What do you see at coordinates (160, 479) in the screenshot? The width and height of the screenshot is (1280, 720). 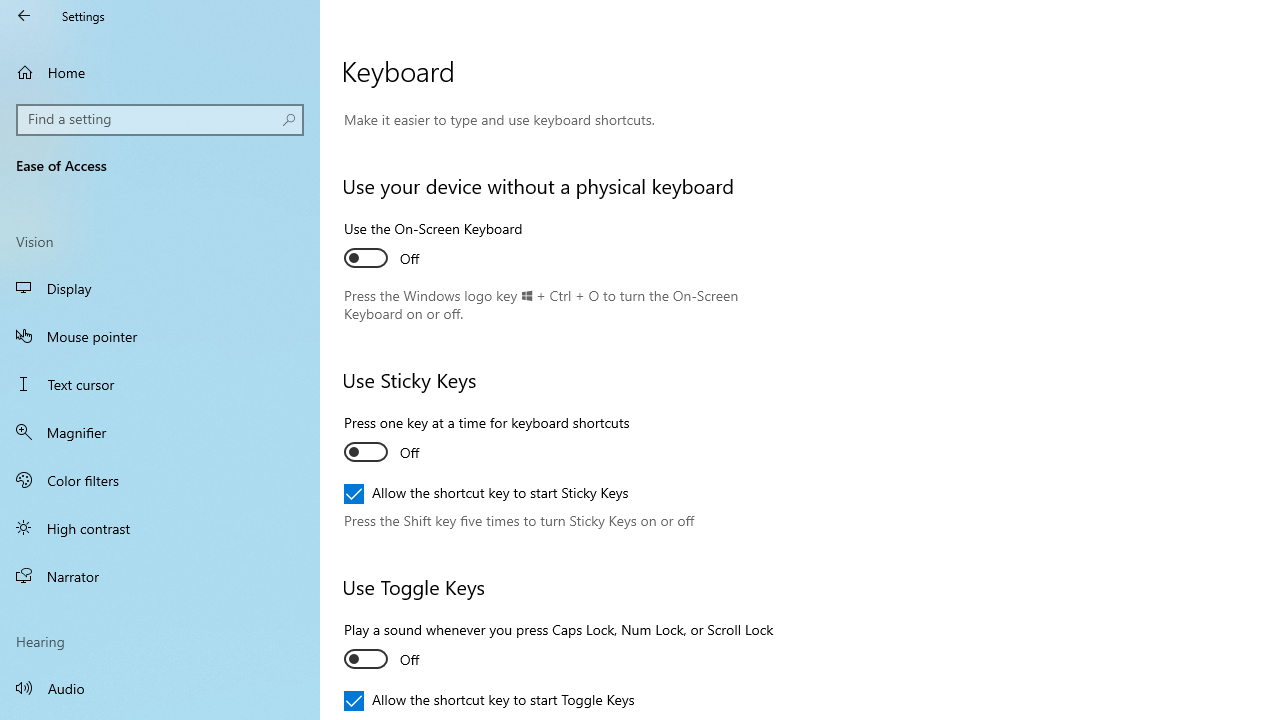 I see `'Color filters'` at bounding box center [160, 479].